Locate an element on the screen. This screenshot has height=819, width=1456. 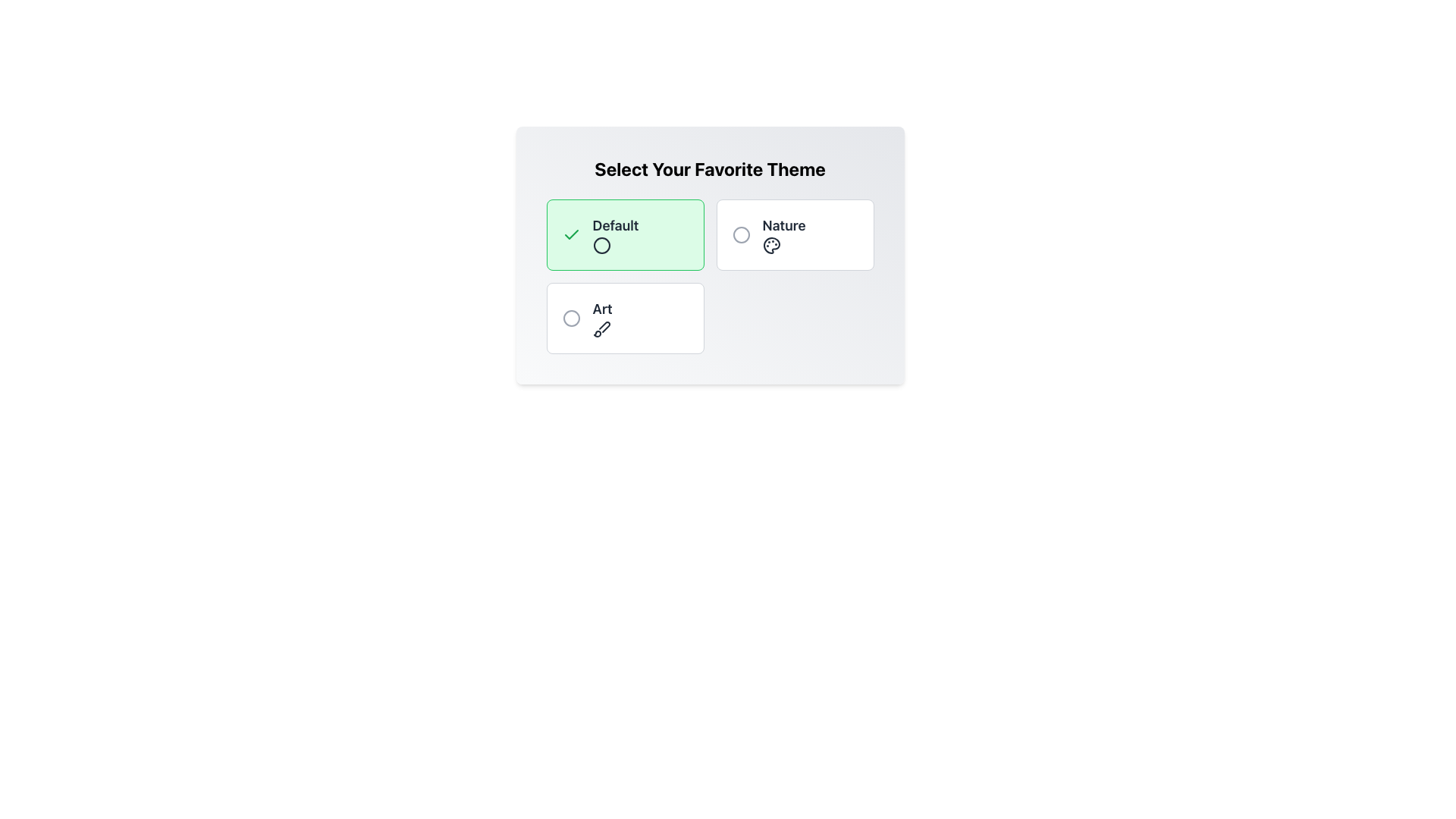
the light green rectangular box containing the 'Default' text label is located at coordinates (615, 225).